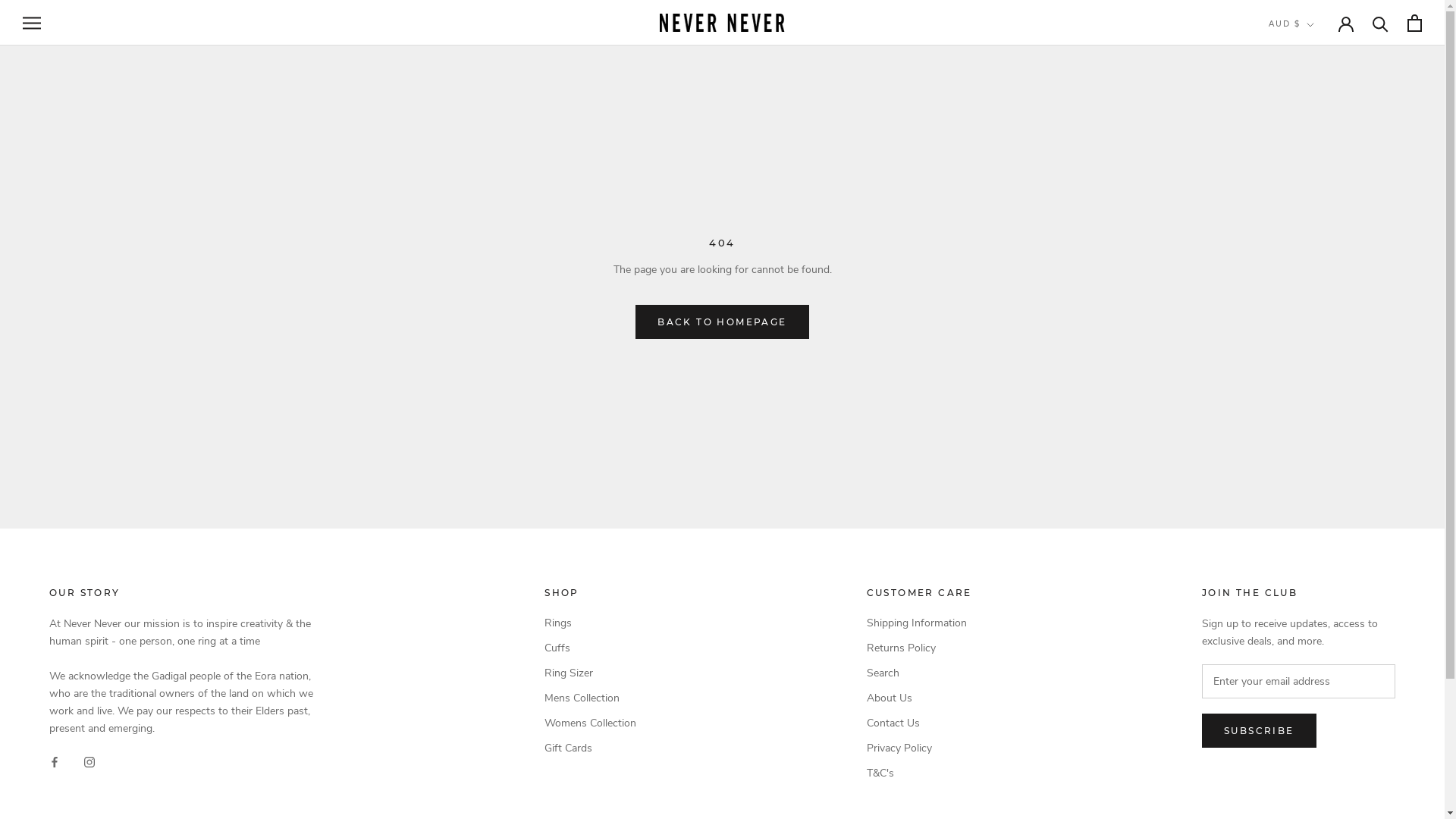  I want to click on 'Privacy Policy', so click(918, 747).